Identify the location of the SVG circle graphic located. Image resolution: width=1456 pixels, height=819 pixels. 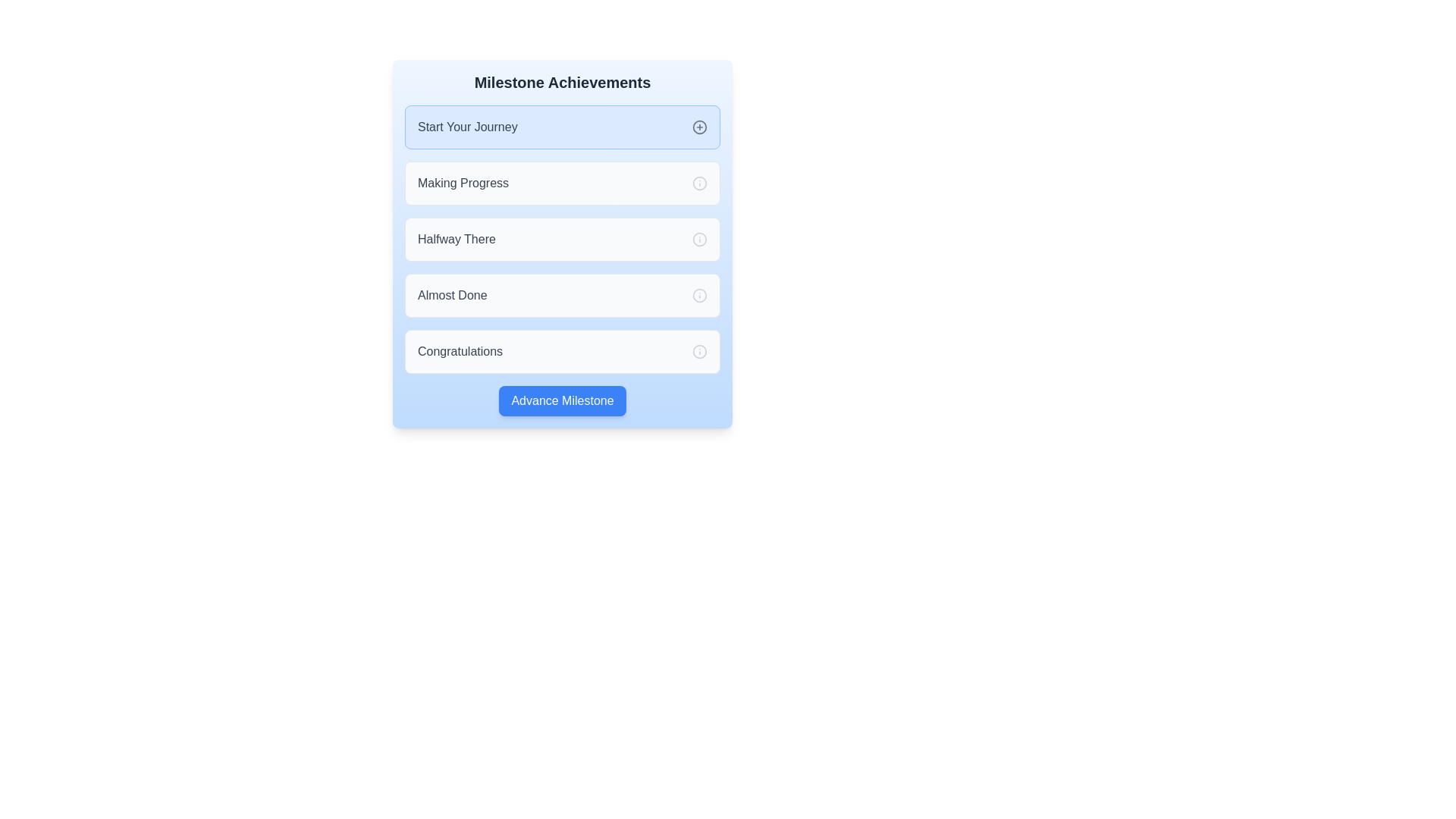
(698, 239).